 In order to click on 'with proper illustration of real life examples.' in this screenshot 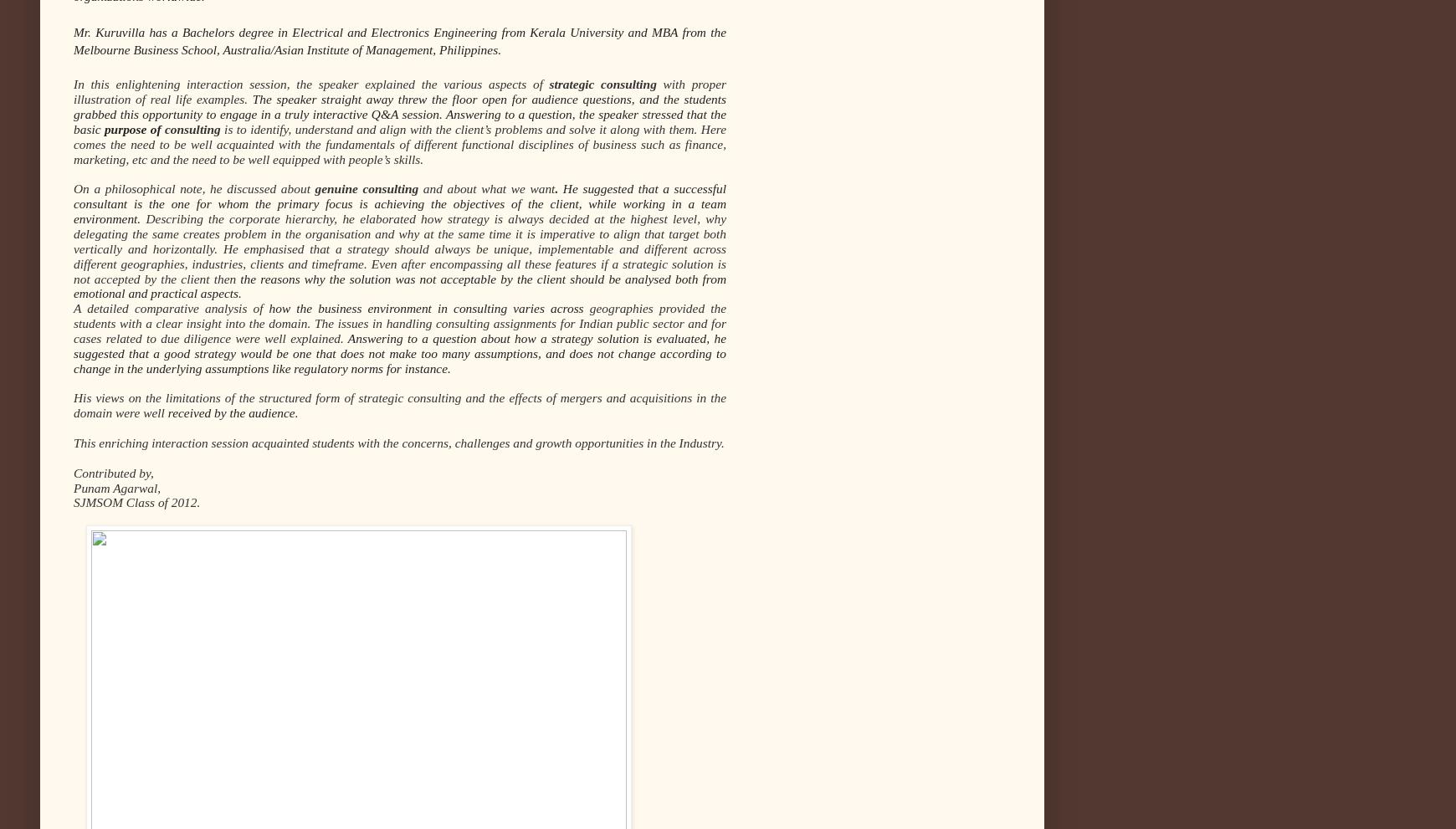, I will do `click(398, 90)`.